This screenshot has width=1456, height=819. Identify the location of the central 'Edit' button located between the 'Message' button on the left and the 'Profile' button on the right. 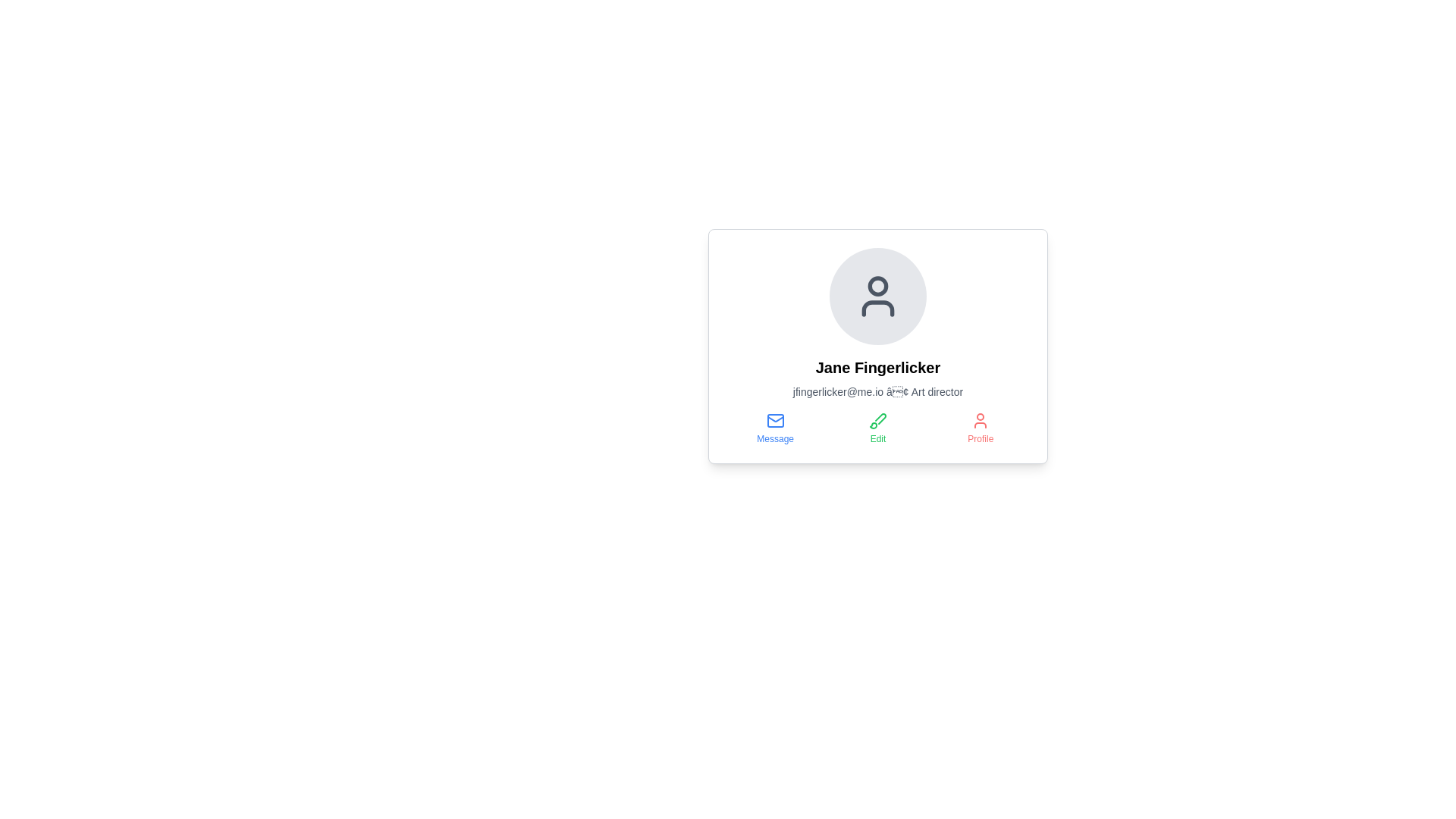
(877, 428).